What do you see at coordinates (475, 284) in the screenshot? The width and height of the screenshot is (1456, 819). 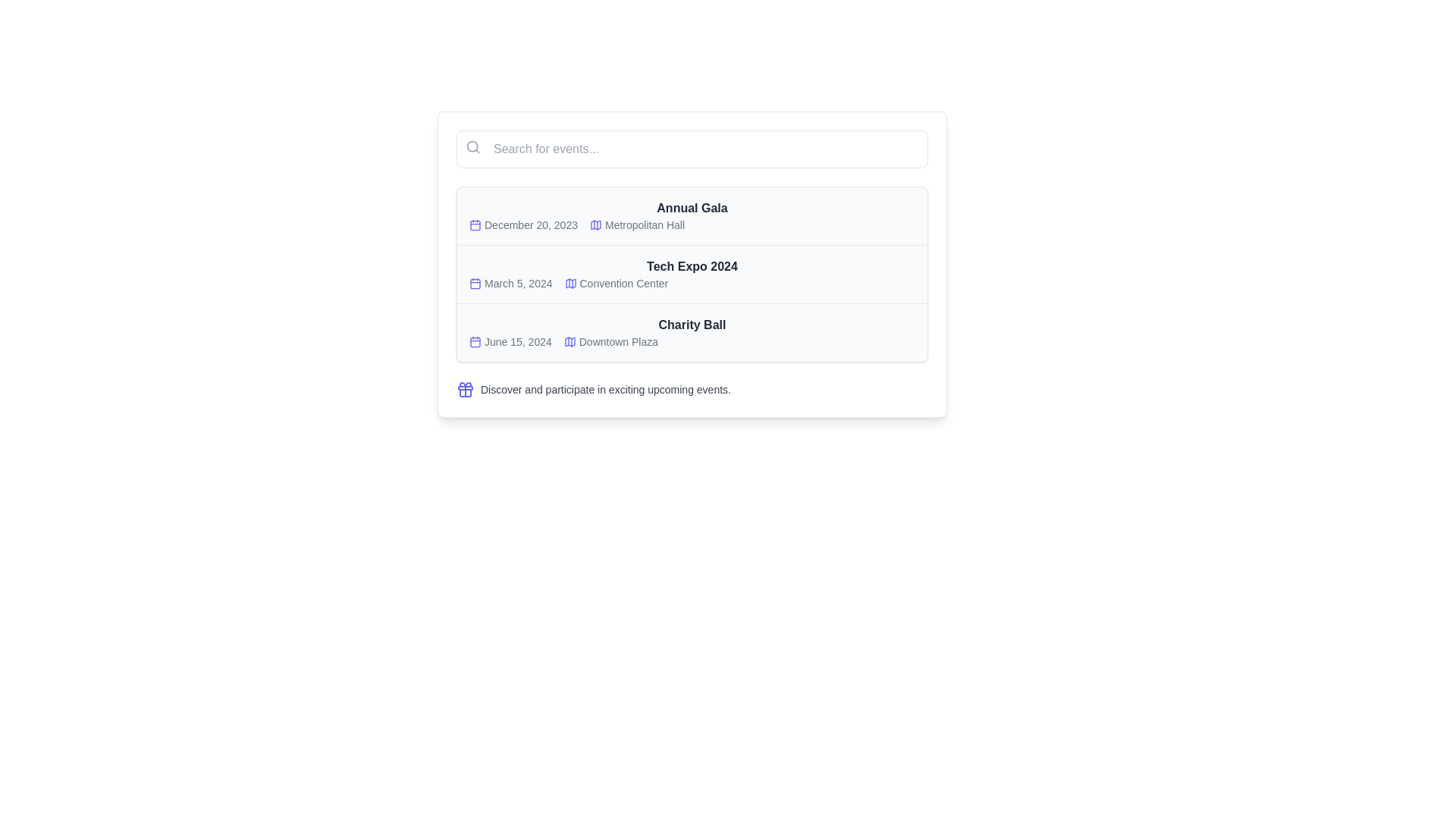 I see `the calendar icon located to the left of the text 'March 5, 2024' in the second list item of the event listing display` at bounding box center [475, 284].